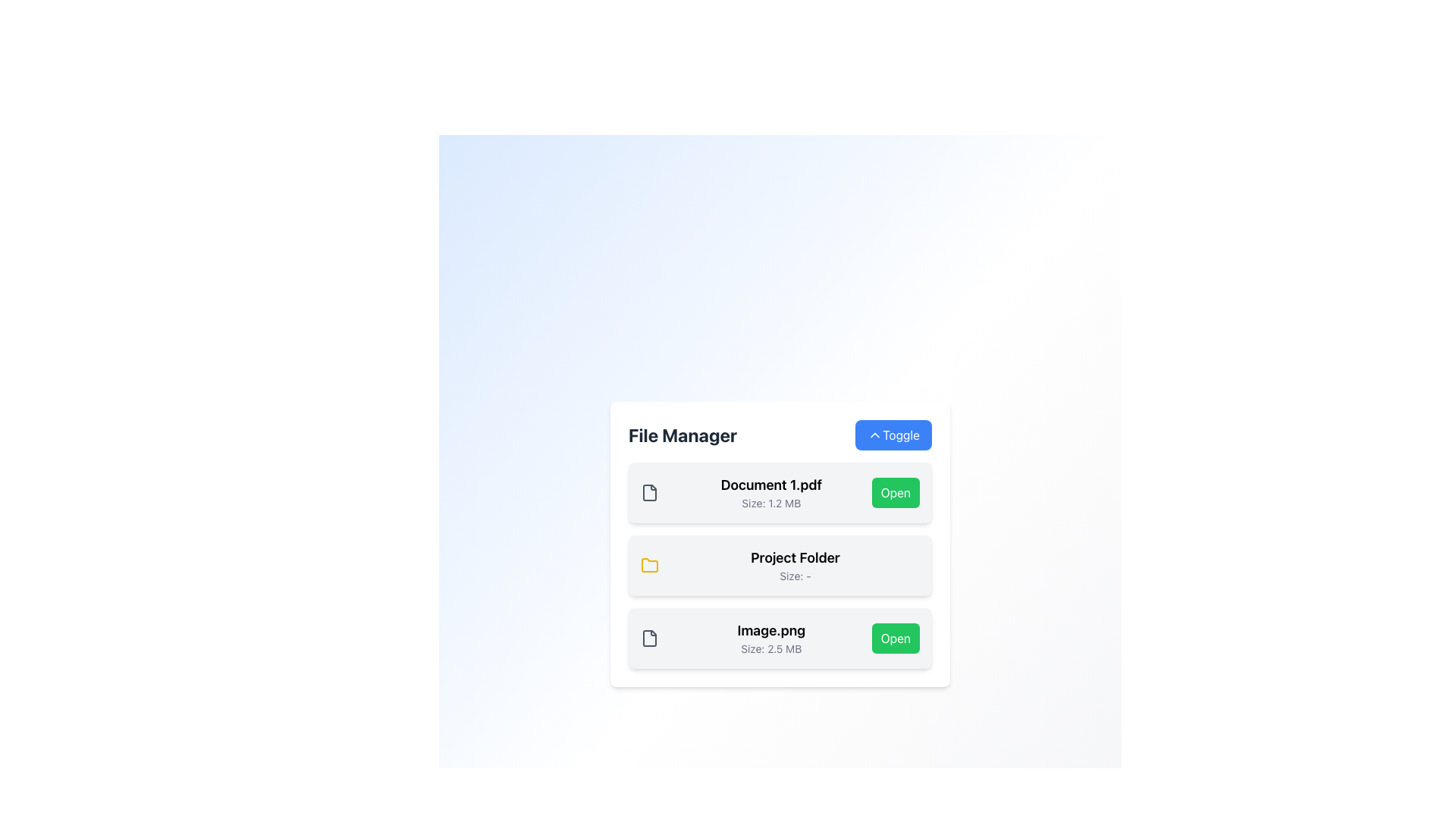 This screenshot has height=819, width=1456. I want to click on the file manager card item, which includes an 'Open' button, so click(780, 493).